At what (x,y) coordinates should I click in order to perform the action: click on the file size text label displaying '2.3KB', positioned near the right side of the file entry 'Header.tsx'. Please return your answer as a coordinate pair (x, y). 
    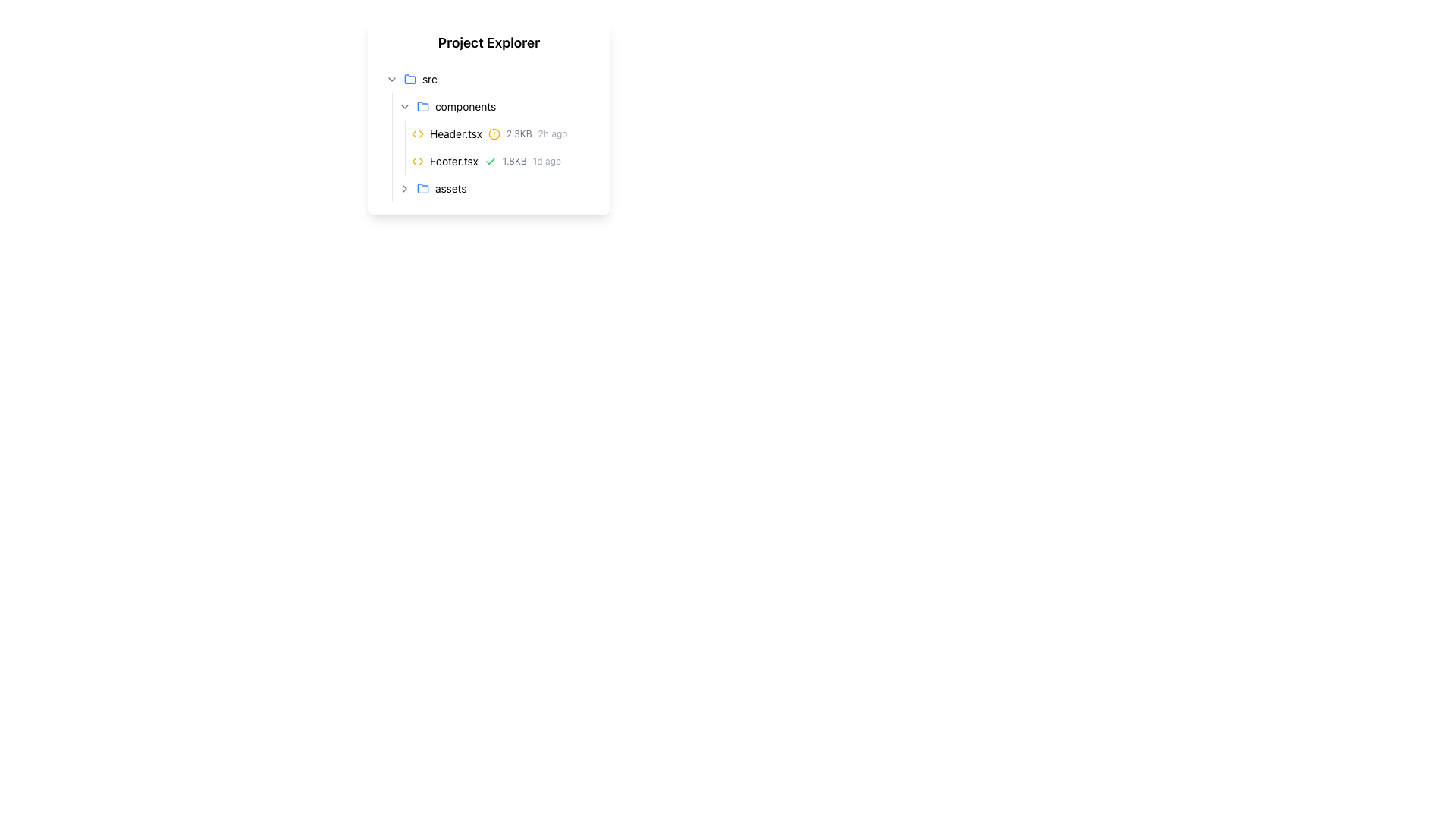
    Looking at the image, I should click on (519, 133).